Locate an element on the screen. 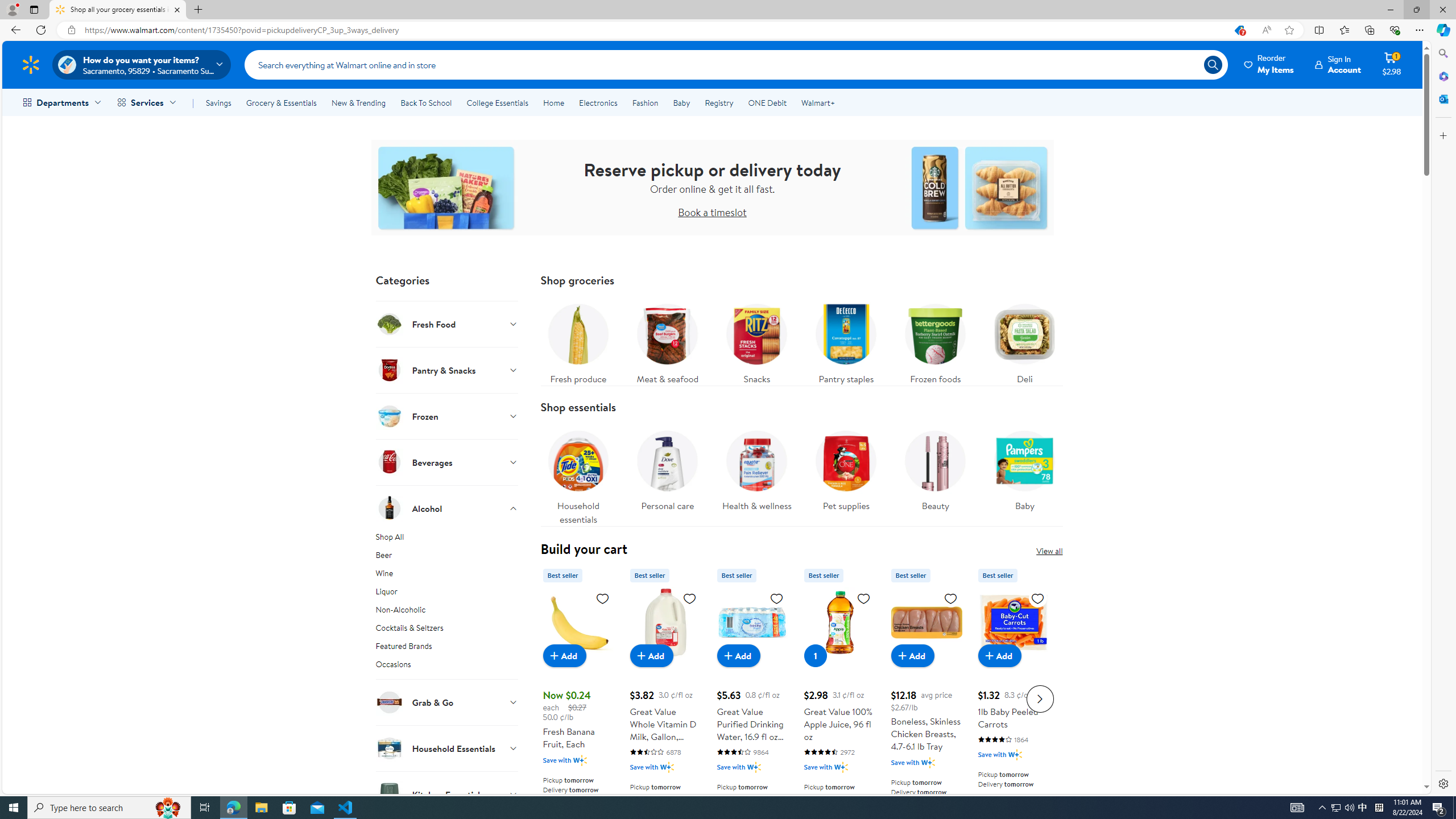 The image size is (1456, 819). 'Registry' is located at coordinates (718, 102).